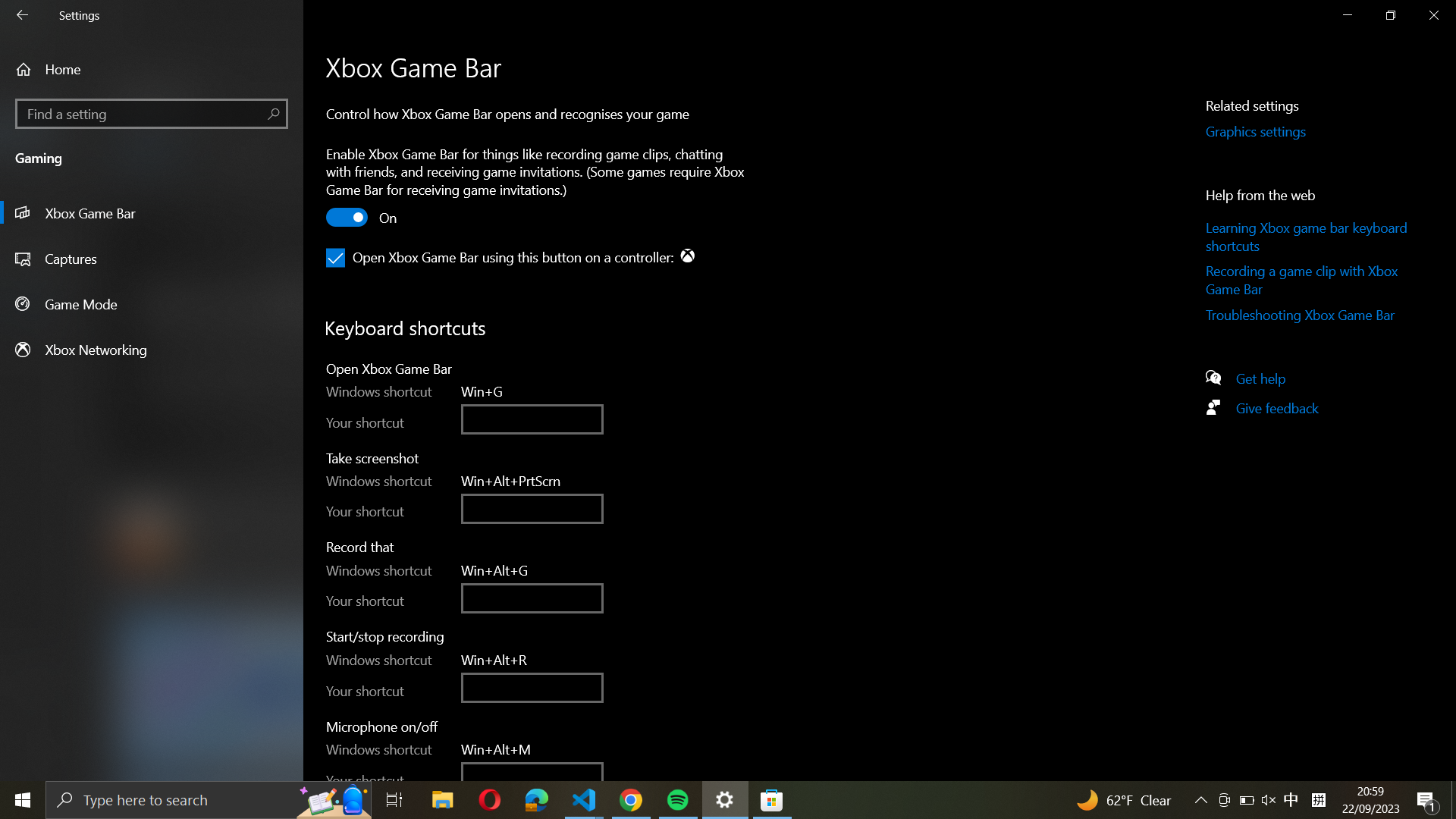 This screenshot has width=1456, height=819. What do you see at coordinates (1268, 411) in the screenshot?
I see `the page for providing feedback` at bounding box center [1268, 411].